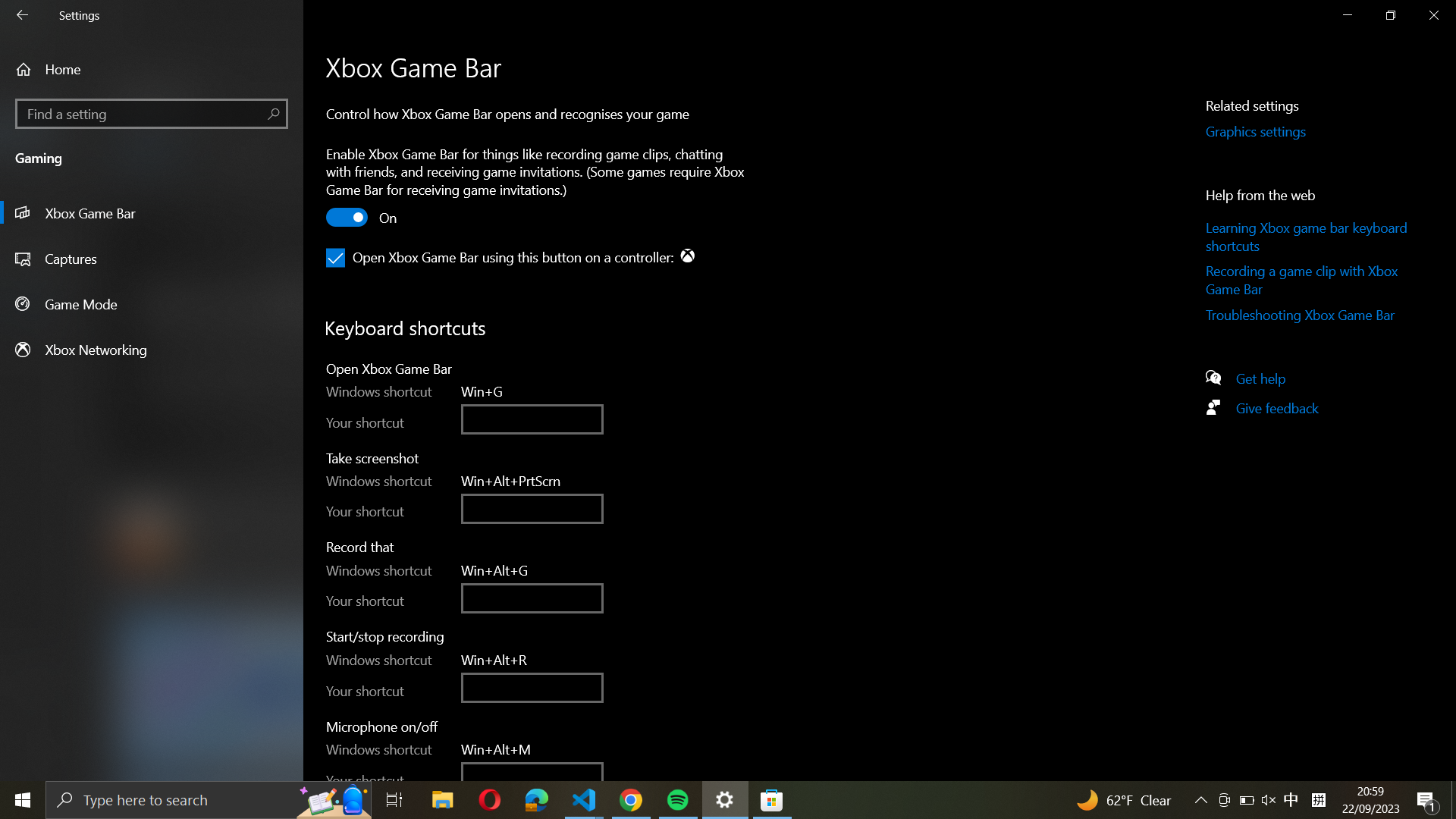 This screenshot has width=1456, height=819. What do you see at coordinates (1268, 411) in the screenshot?
I see `the page for providing feedback` at bounding box center [1268, 411].